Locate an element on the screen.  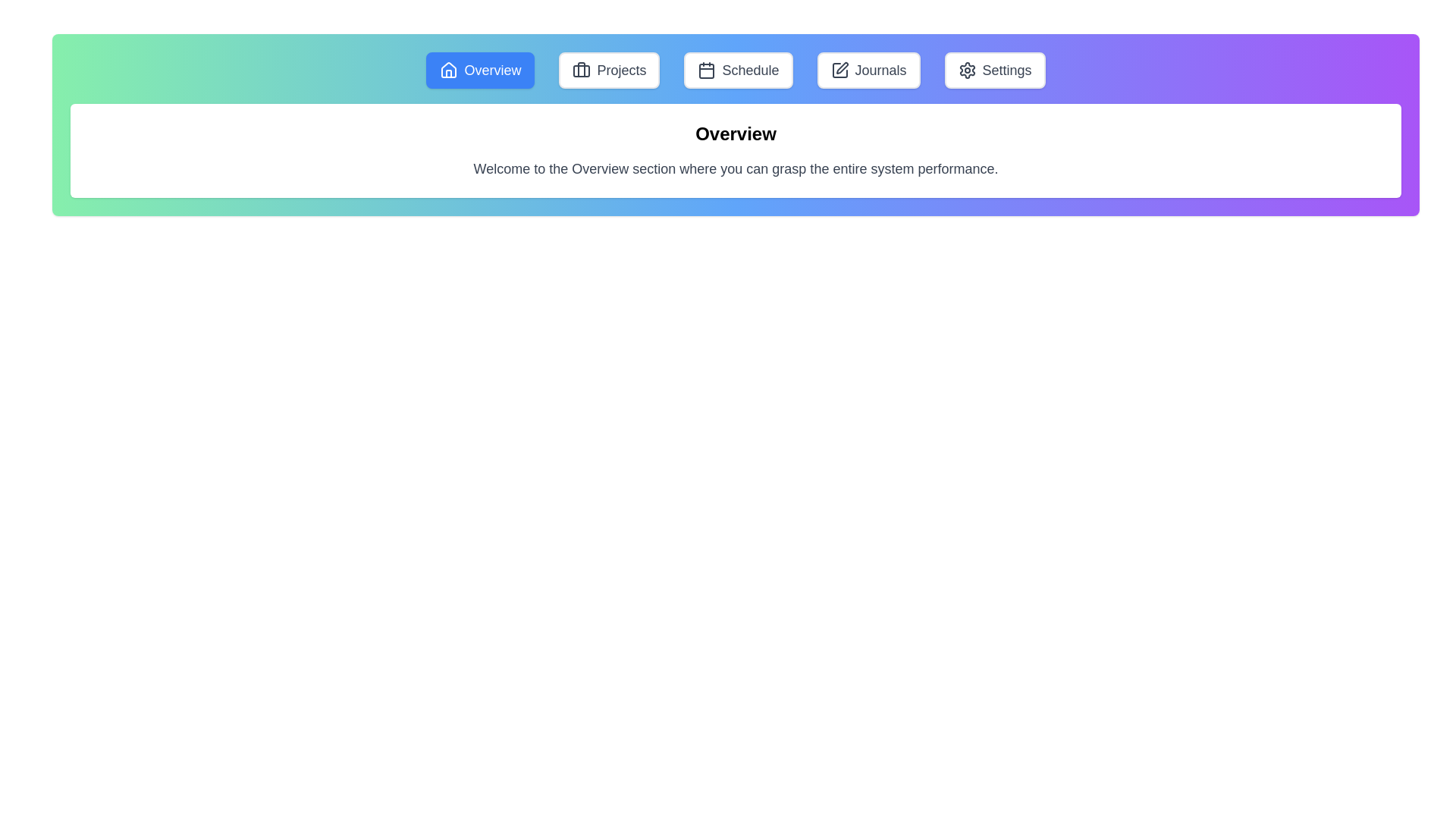
the buttons in the navigation bar located at the top of the interface is located at coordinates (736, 70).